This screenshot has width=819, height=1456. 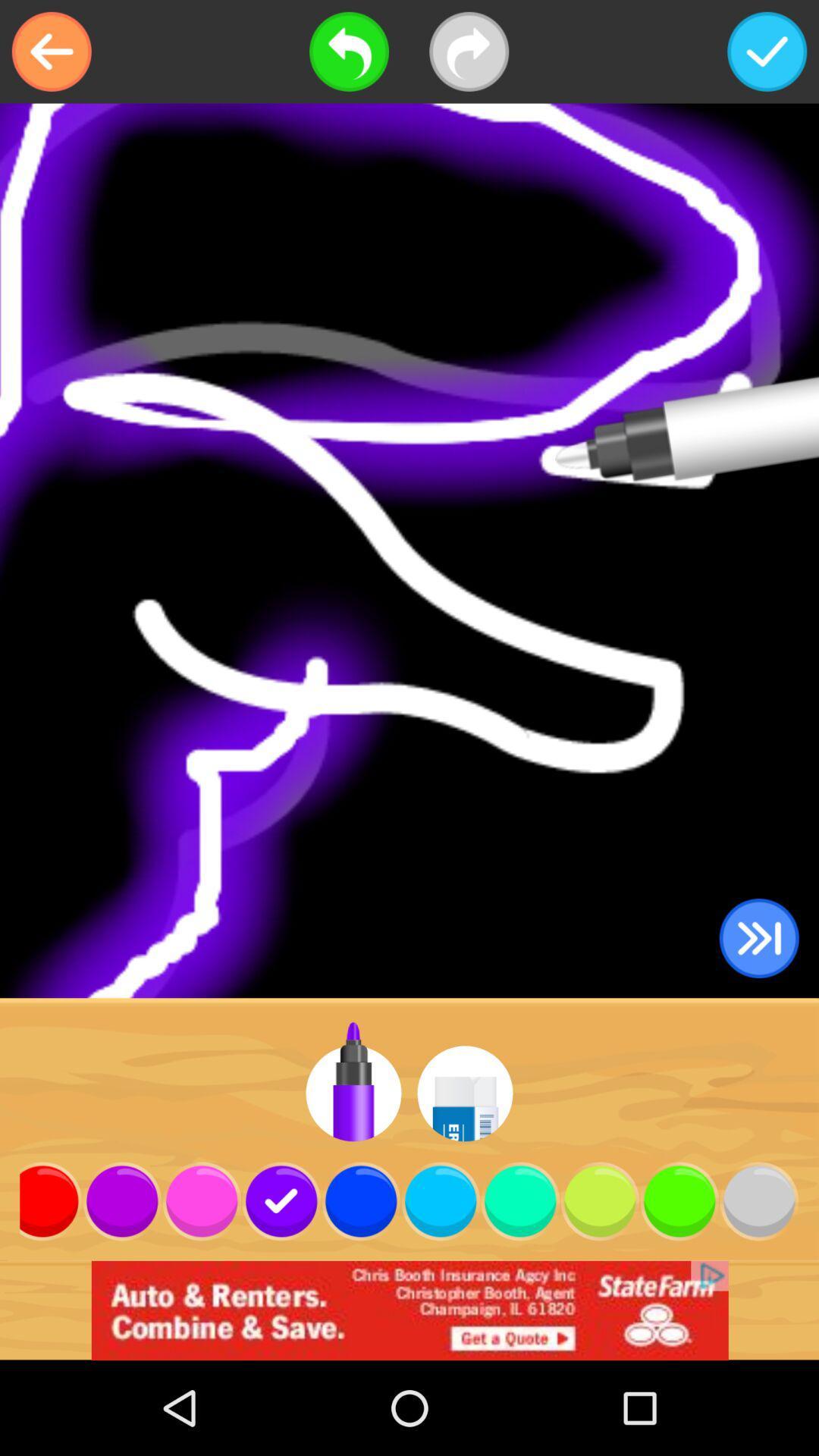 I want to click on go next, so click(x=759, y=937).